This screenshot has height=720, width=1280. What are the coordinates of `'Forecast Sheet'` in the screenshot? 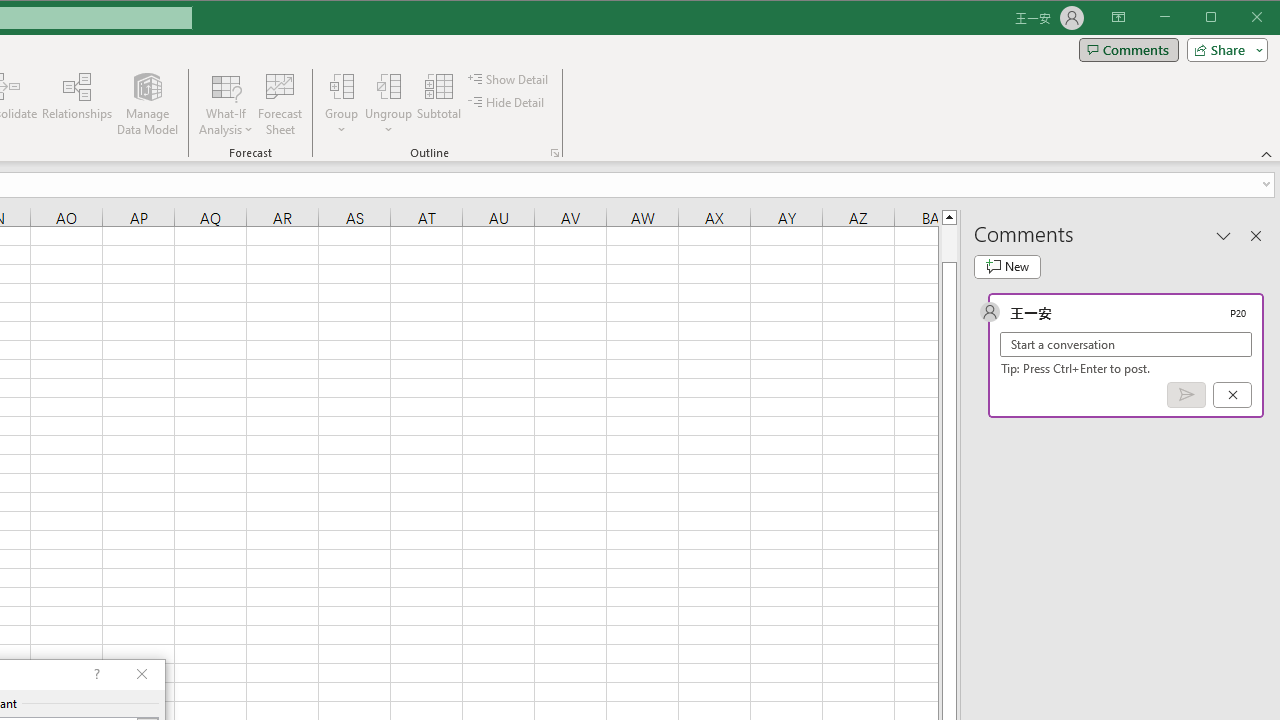 It's located at (279, 104).